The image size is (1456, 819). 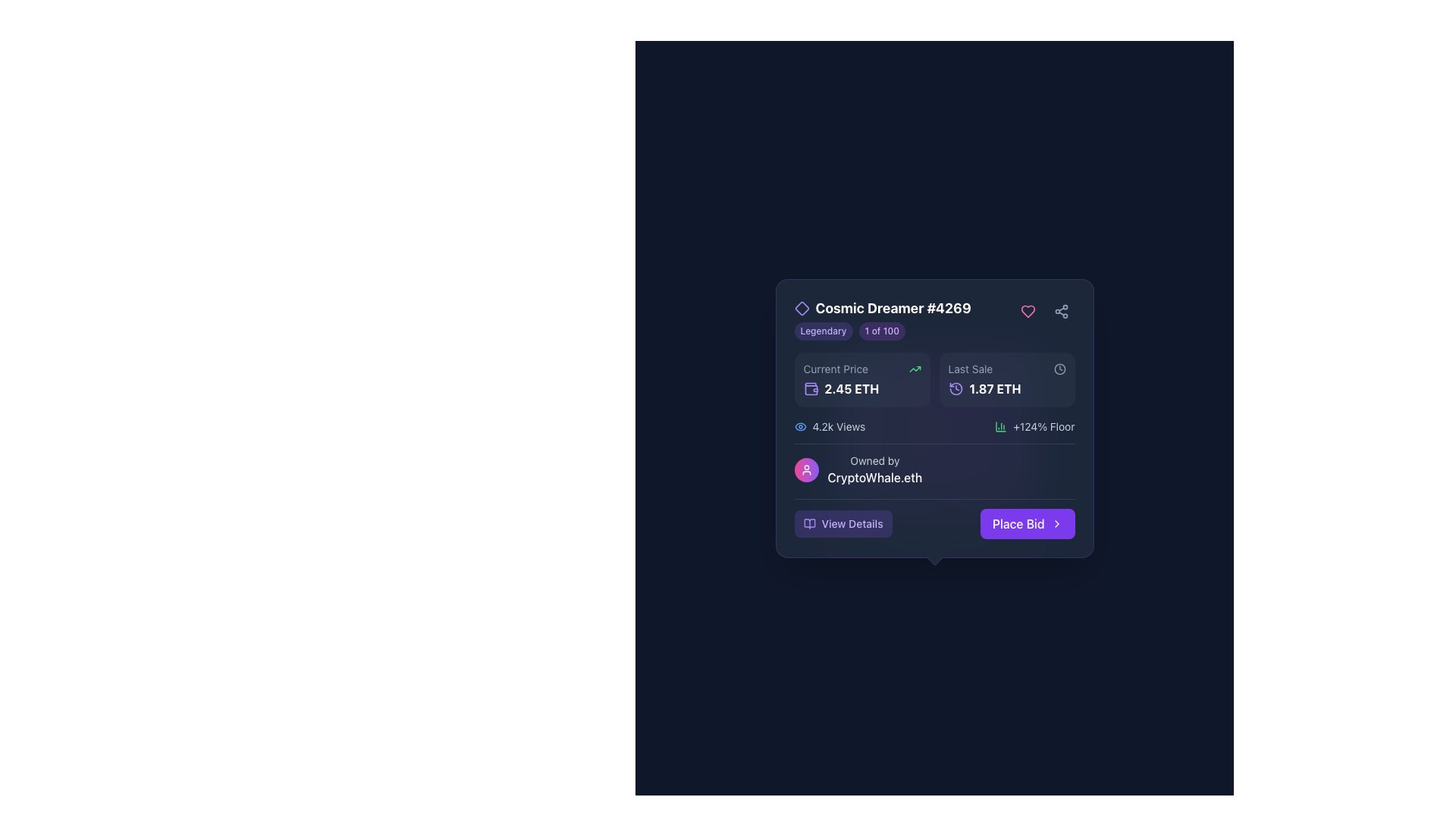 I want to click on the chevron icon located to the far right of the 'Place Bid' button, which visually indicates forward movement and reinforces the button's clickability, so click(x=1056, y=522).